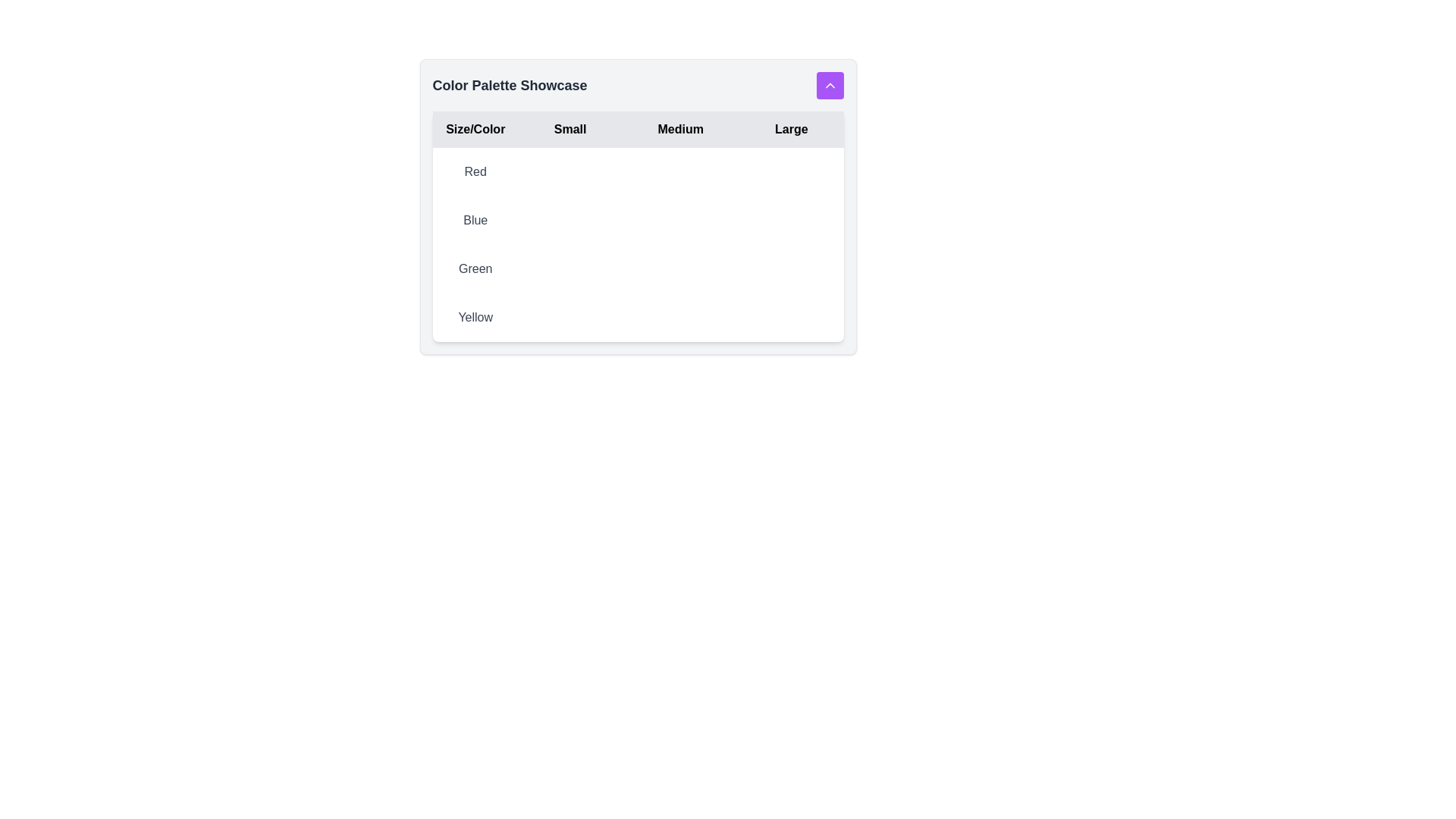 This screenshot has width=1456, height=819. Describe the element at coordinates (570, 171) in the screenshot. I see `the non-interactive button labeled 'Code Small' with a red background and white text, located in the 'Small' column under the 'Red' row of the table` at that location.